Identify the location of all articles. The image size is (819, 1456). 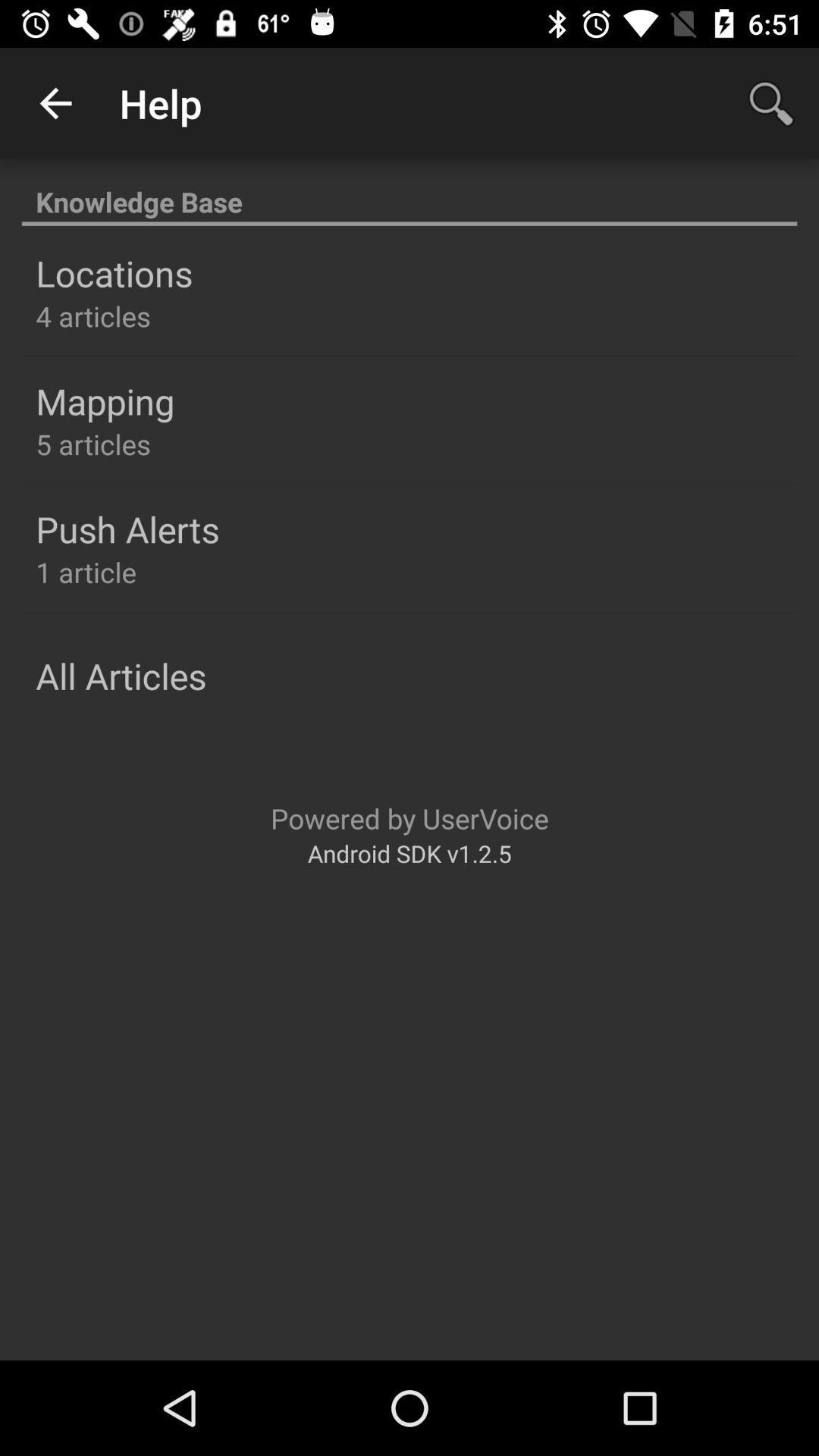
(120, 675).